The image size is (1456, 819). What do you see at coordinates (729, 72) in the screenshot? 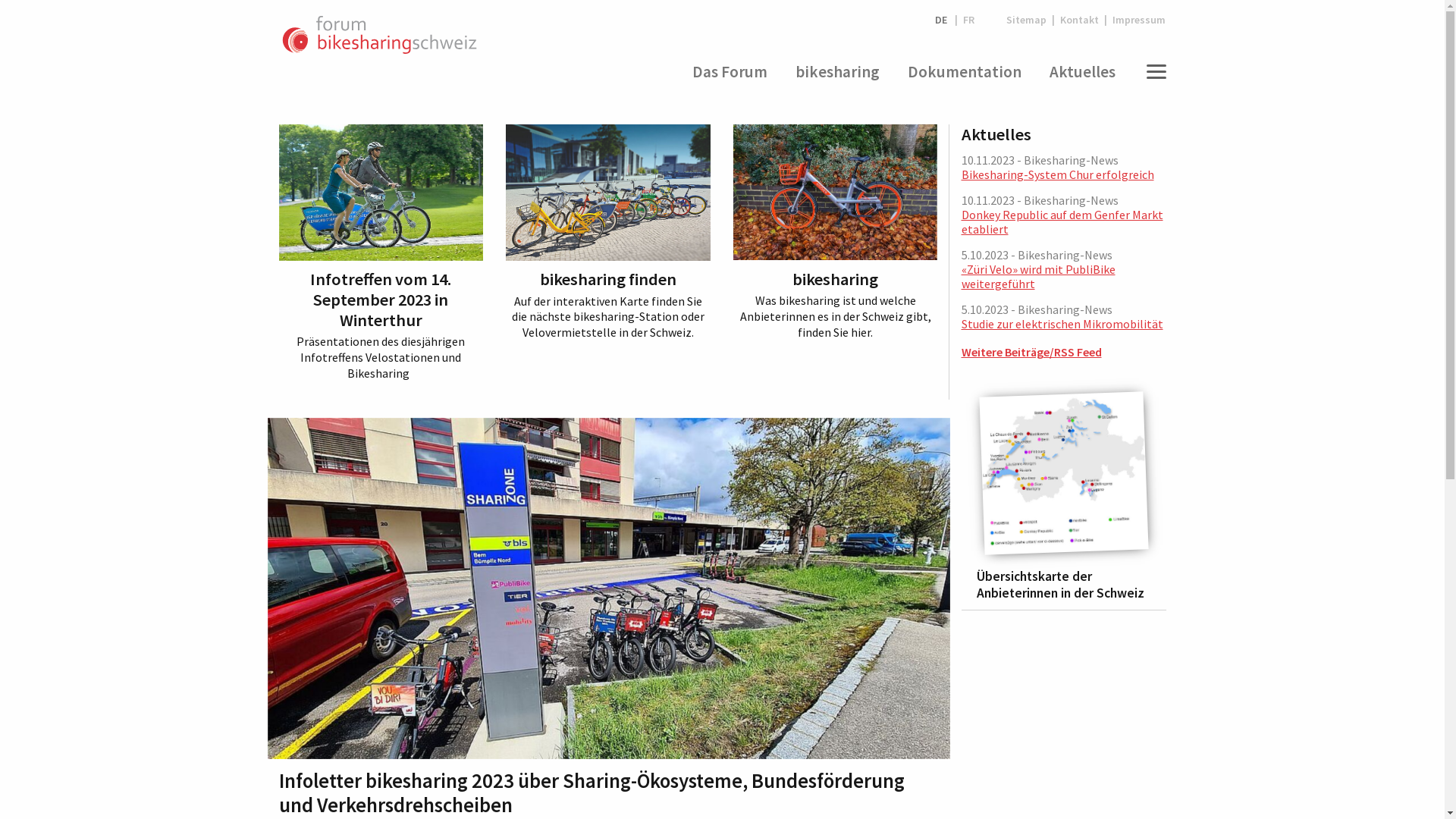
I see `'Das Forum'` at bounding box center [729, 72].